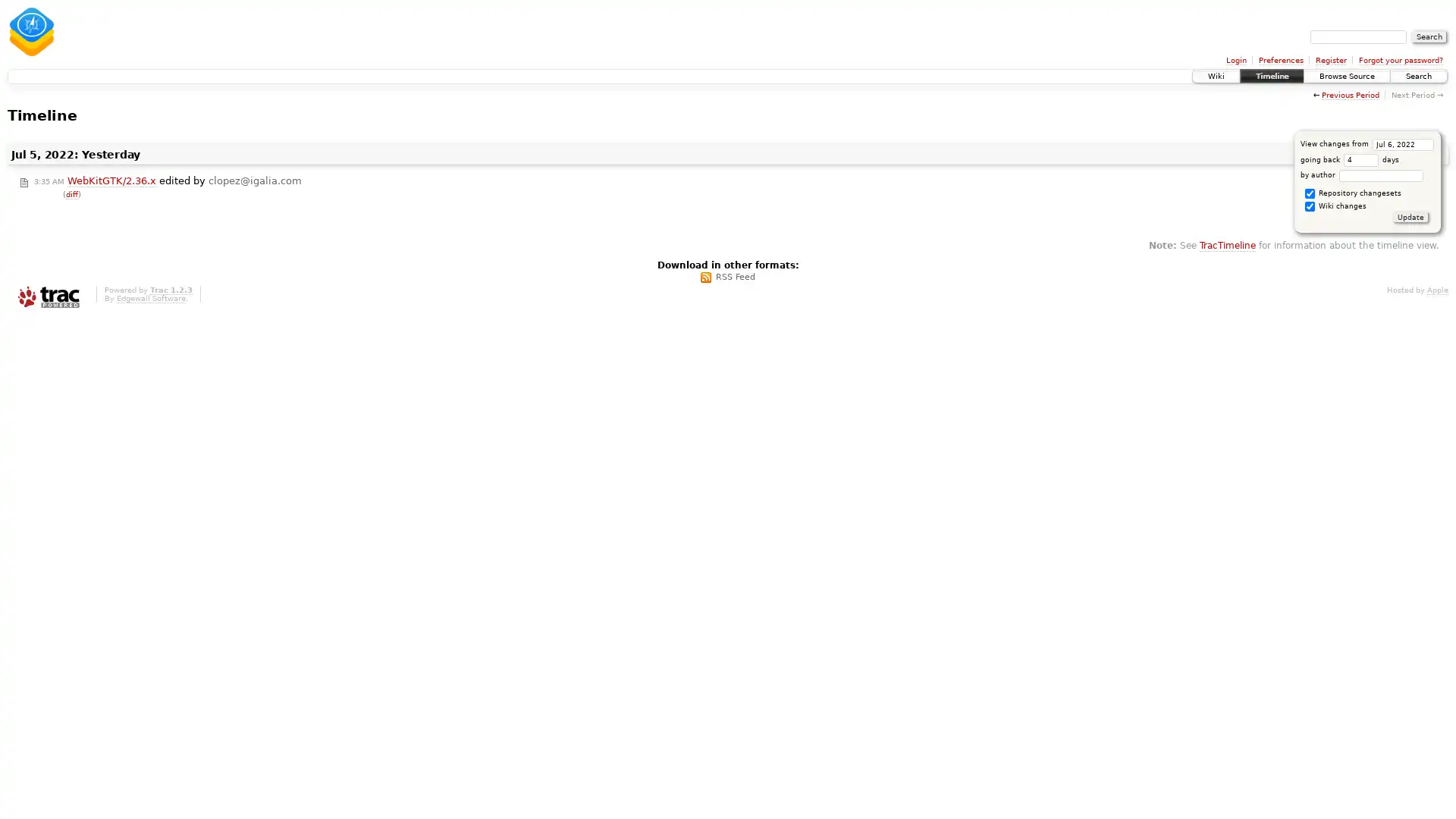 This screenshot has width=1456, height=819. Describe the element at coordinates (1429, 36) in the screenshot. I see `Search` at that location.